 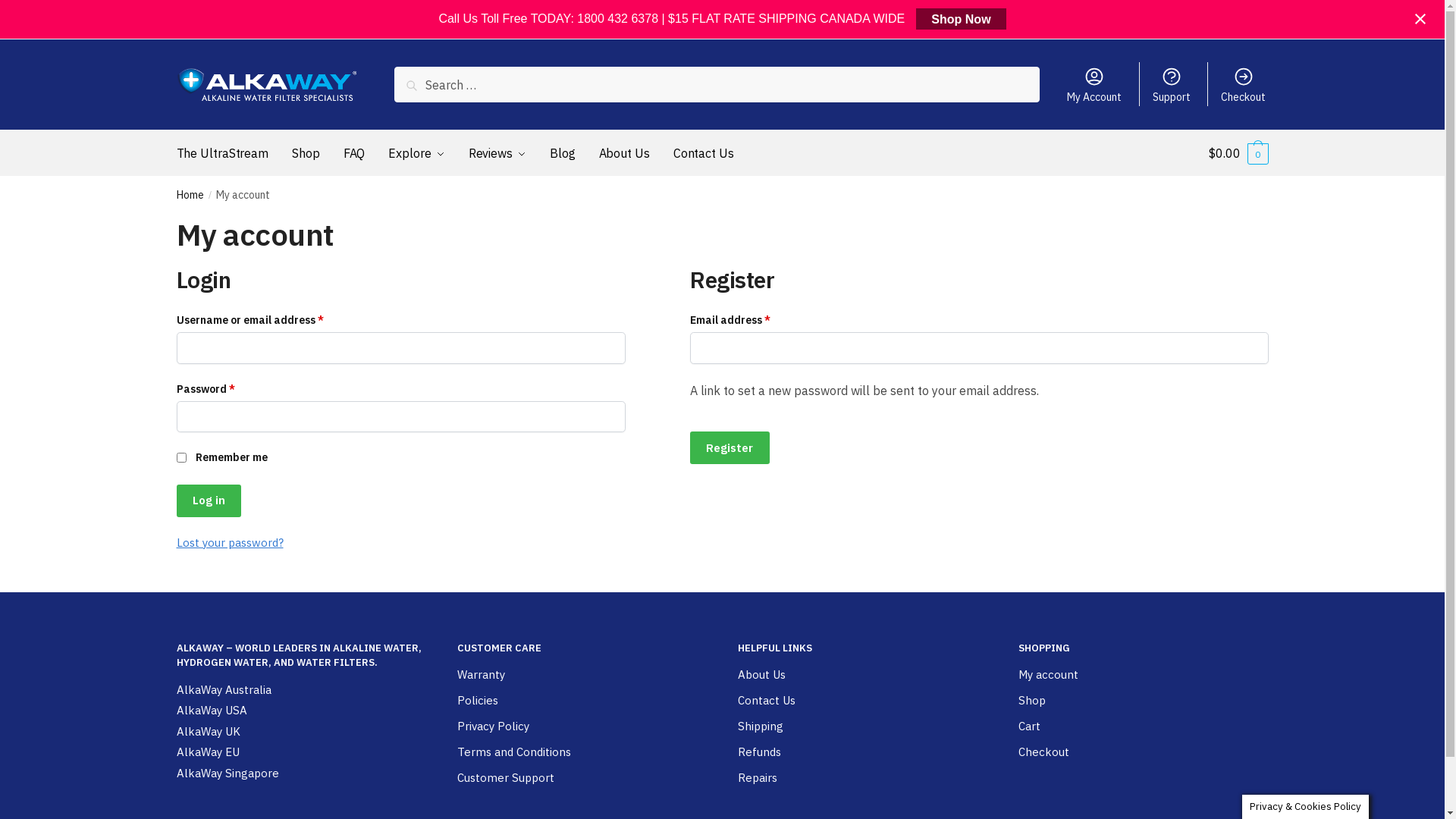 What do you see at coordinates (729, 447) in the screenshot?
I see `'Register'` at bounding box center [729, 447].